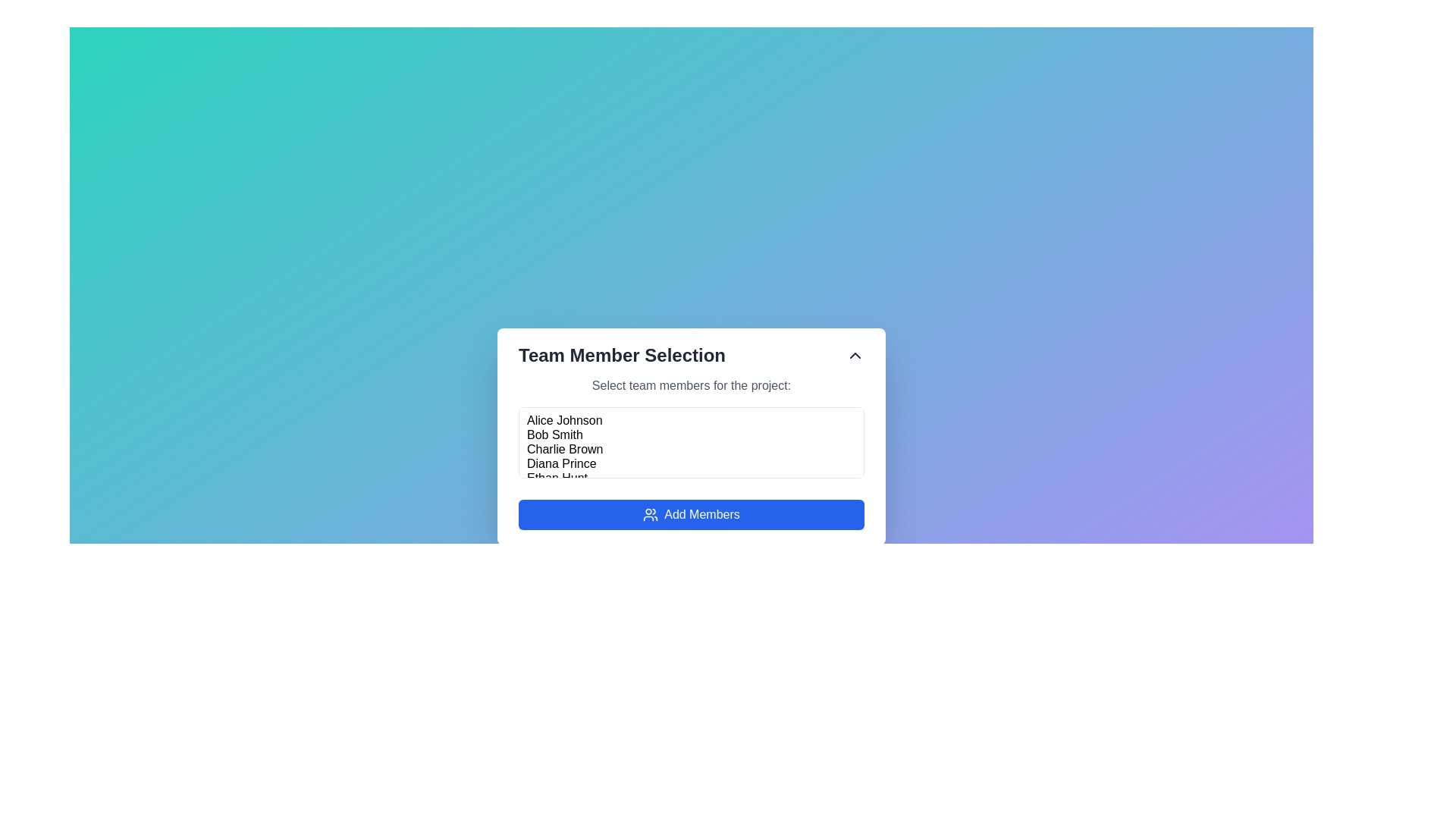 This screenshot has height=819, width=1456. I want to click on the bold text label 'Team Member Selection' located at the top of the card-like interface within a centered modal window, so click(622, 355).